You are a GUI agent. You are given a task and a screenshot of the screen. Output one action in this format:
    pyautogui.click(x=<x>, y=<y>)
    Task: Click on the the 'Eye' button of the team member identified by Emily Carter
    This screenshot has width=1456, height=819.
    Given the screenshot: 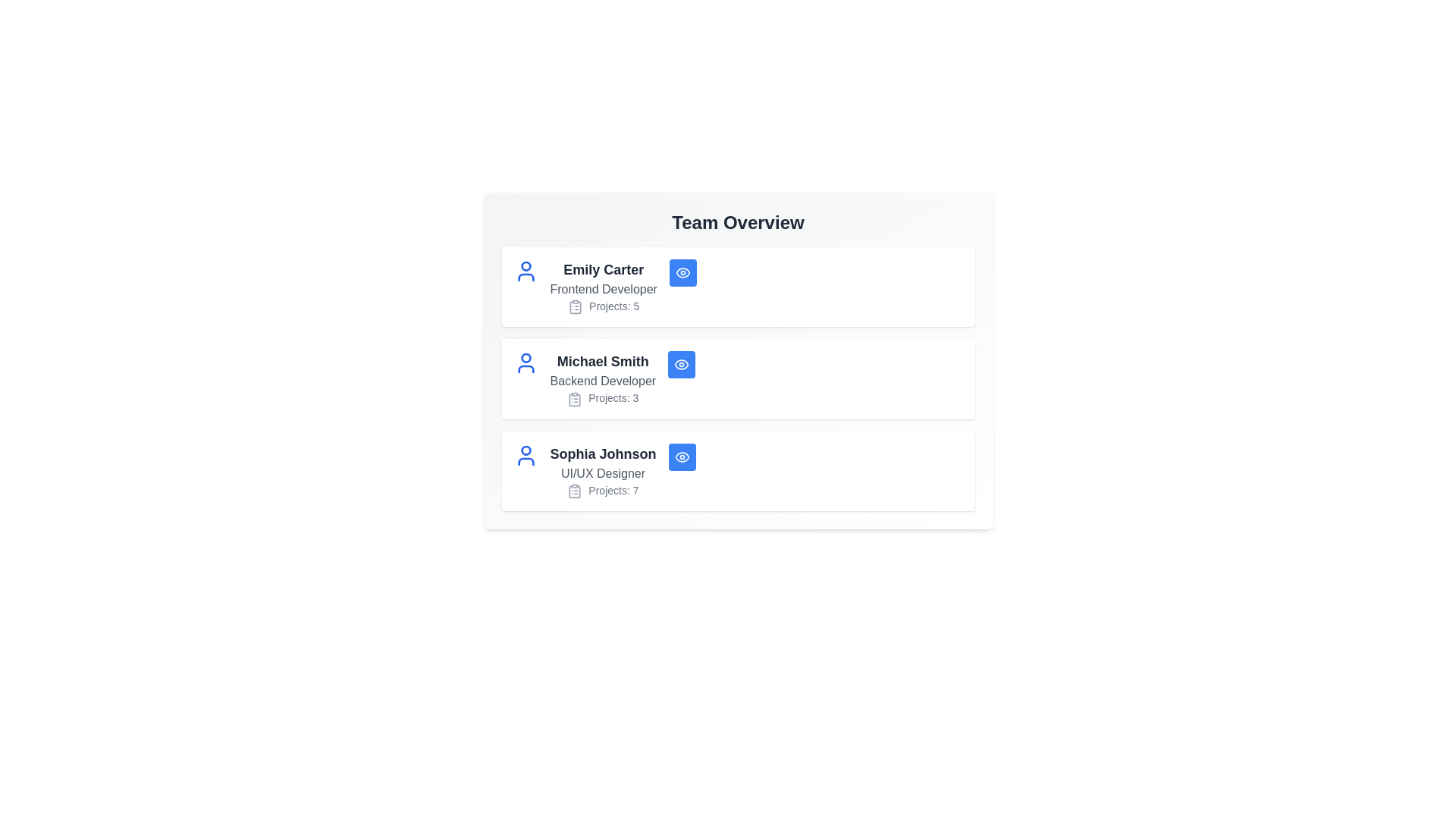 What is the action you would take?
    pyautogui.click(x=682, y=271)
    